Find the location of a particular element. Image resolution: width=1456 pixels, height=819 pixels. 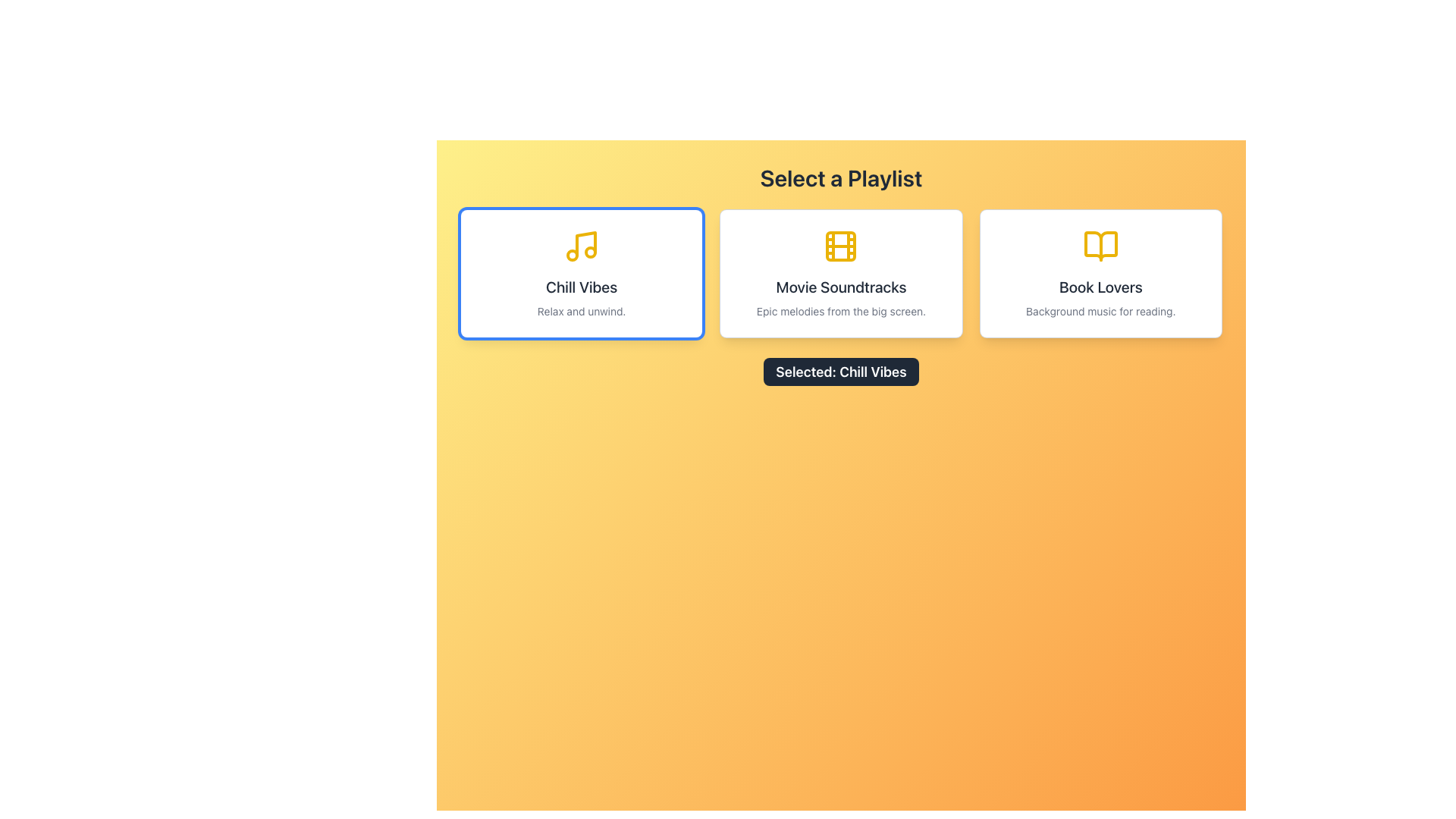

the music note icon of the Chill Vibes playlist, which is the first item to the left among the three playlist options in the center of the interface is located at coordinates (585, 243).